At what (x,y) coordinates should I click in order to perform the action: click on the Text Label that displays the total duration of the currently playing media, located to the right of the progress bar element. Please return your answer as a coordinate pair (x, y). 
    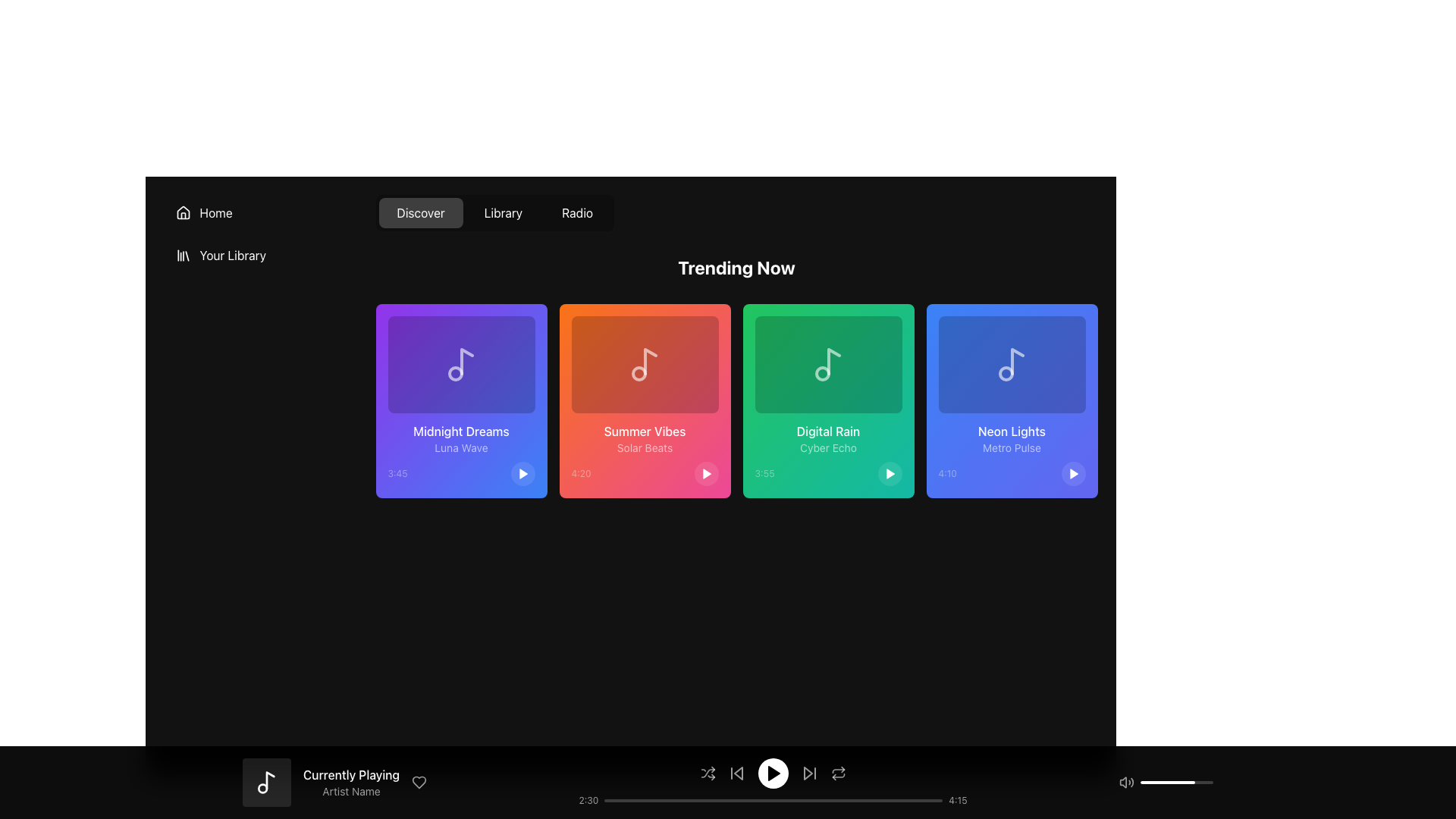
    Looking at the image, I should click on (957, 800).